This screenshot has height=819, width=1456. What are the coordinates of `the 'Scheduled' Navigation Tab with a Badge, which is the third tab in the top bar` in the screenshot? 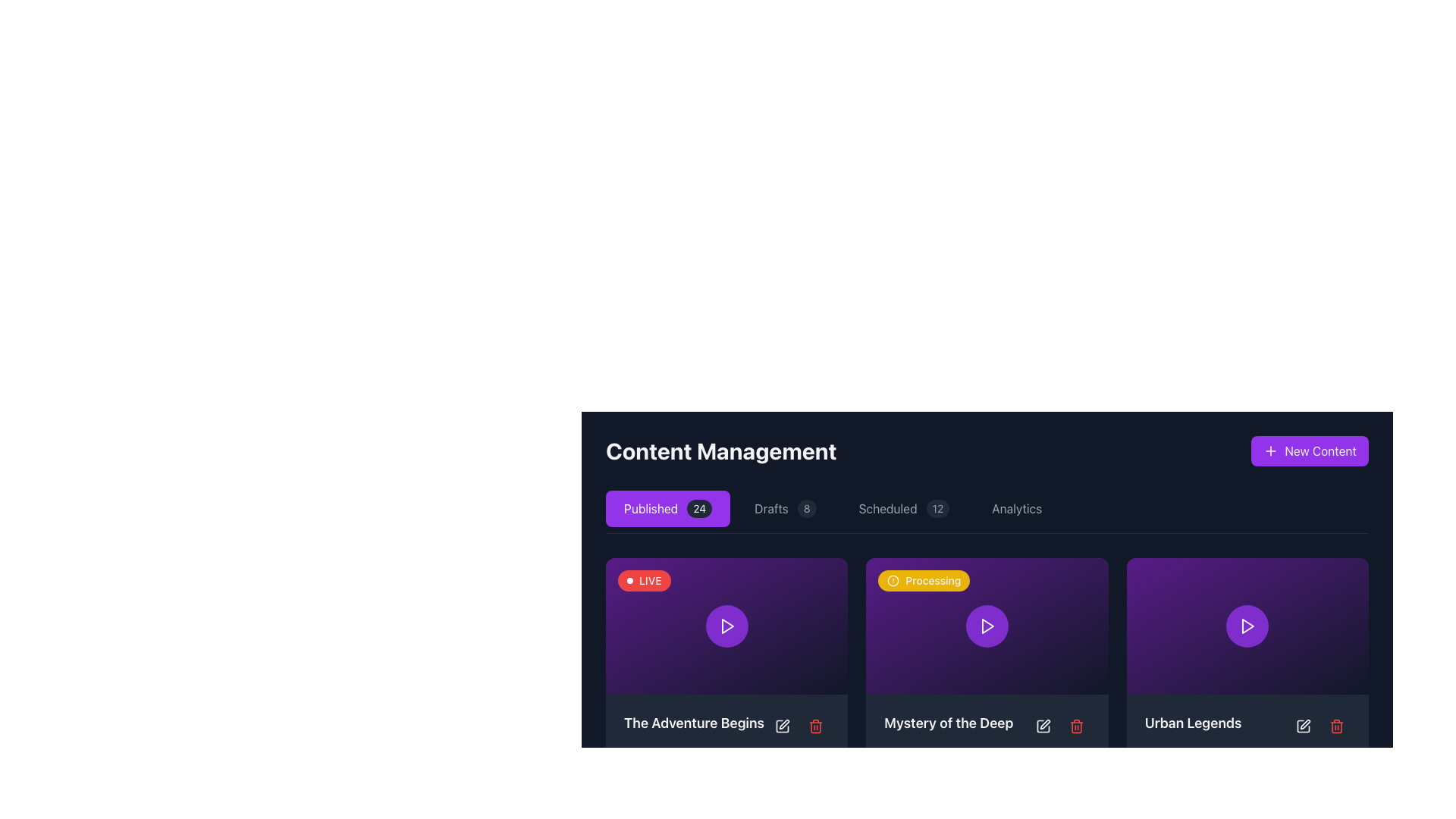 It's located at (904, 509).